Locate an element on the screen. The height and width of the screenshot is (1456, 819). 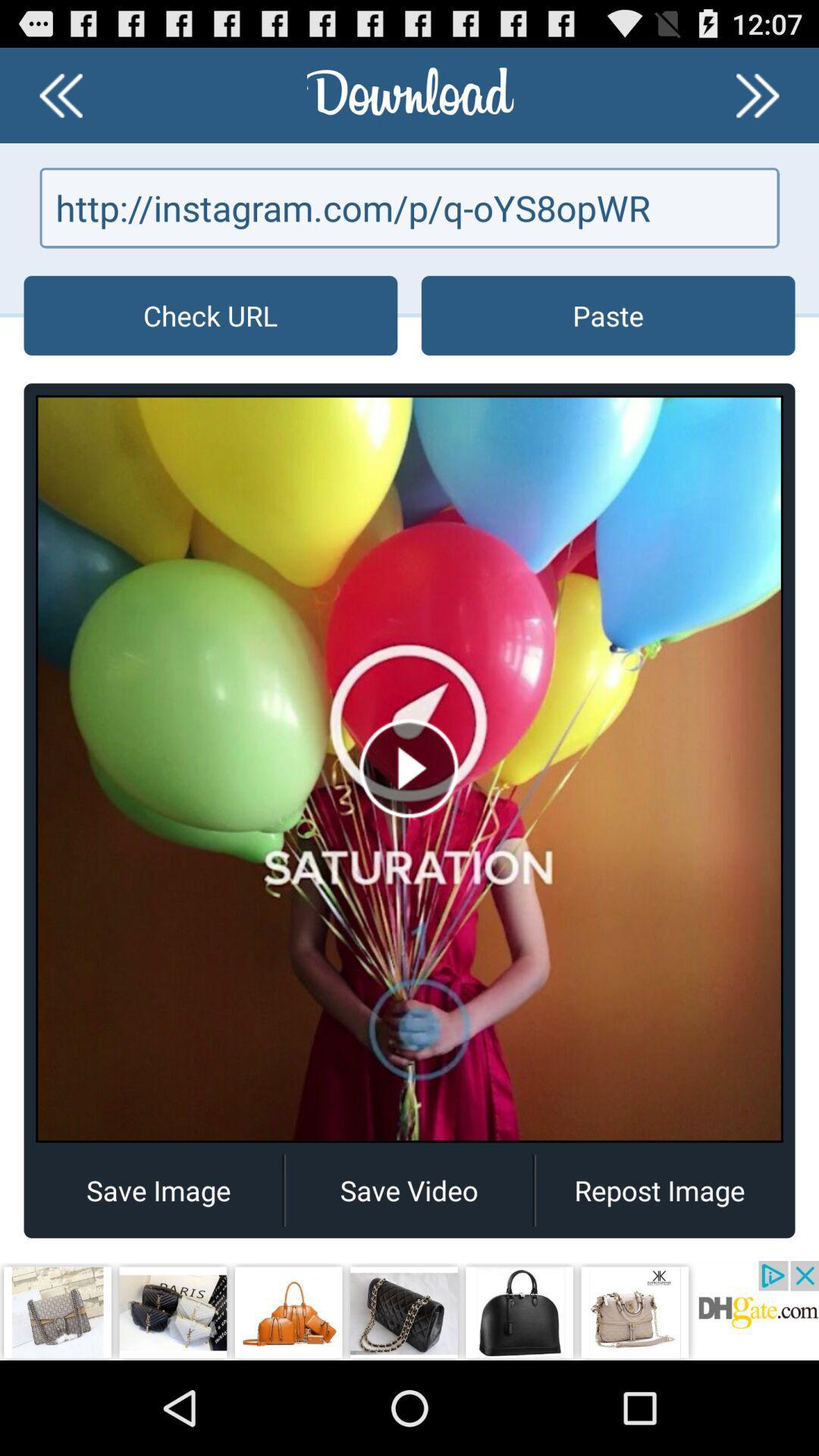
previous is located at coordinates (758, 94).